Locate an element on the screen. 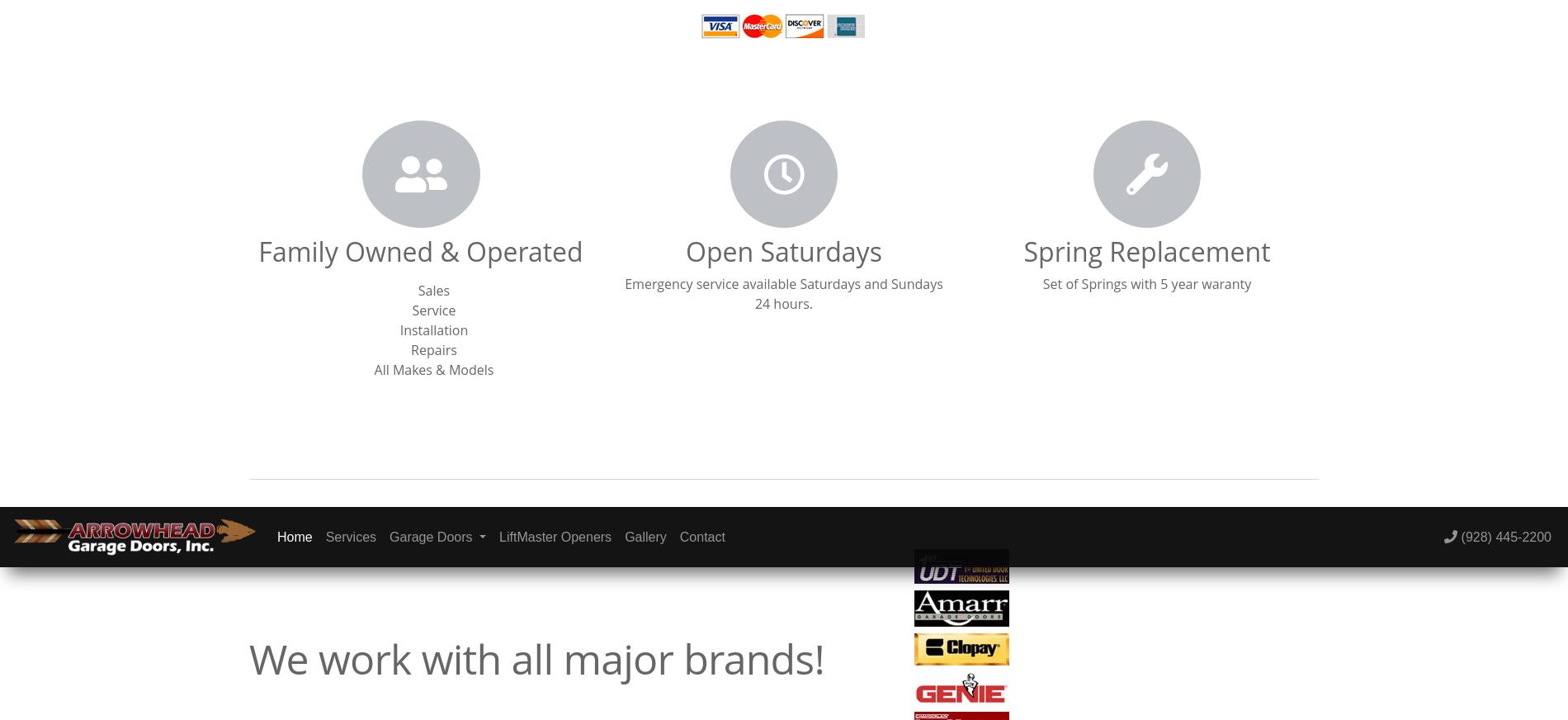 The image size is (1568, 720). '928-445-2200' is located at coordinates (1153, 112).